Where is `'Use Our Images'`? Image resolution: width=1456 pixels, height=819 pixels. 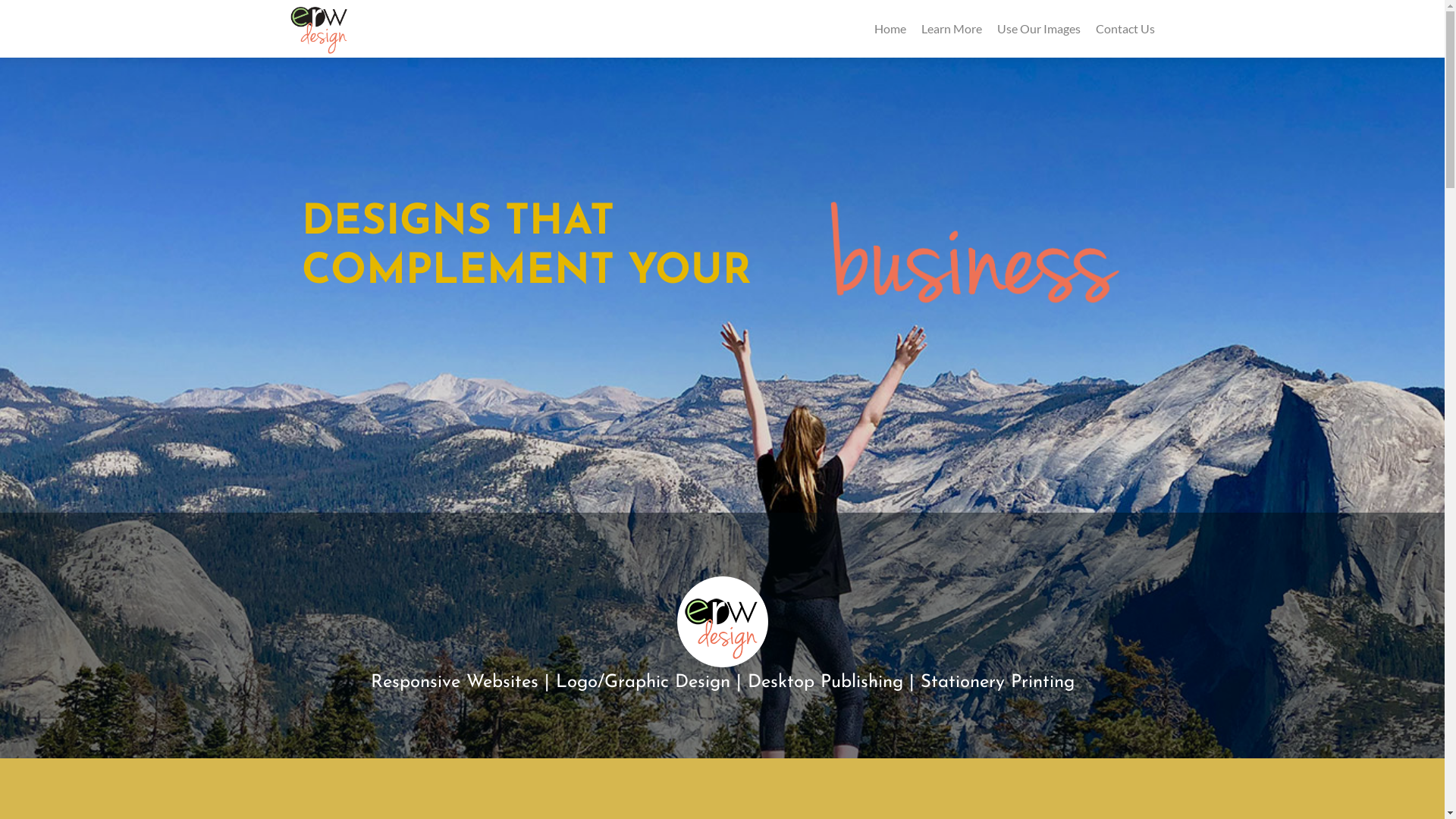
'Use Our Images' is located at coordinates (996, 28).